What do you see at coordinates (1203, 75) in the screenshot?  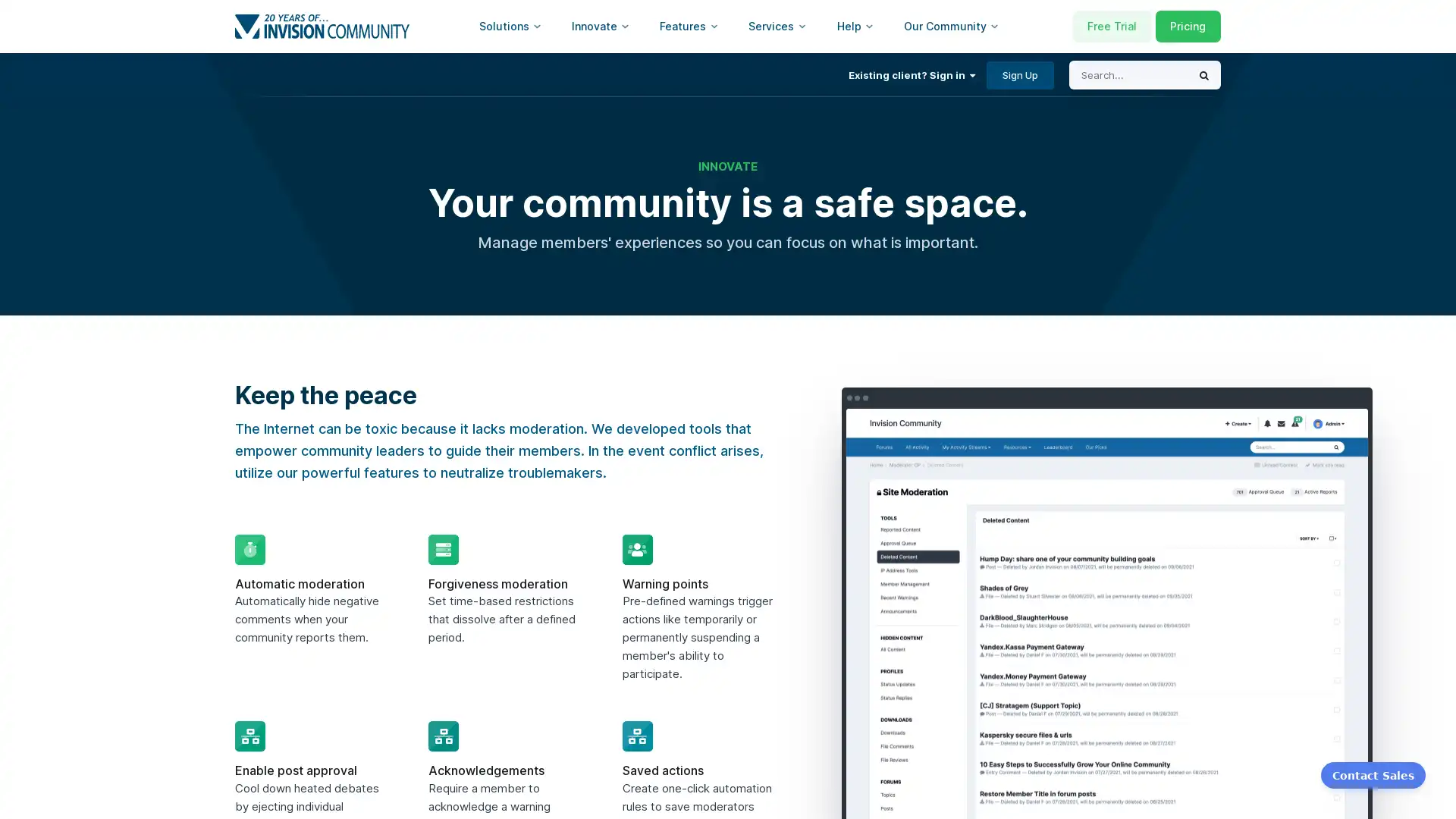 I see `Search` at bounding box center [1203, 75].